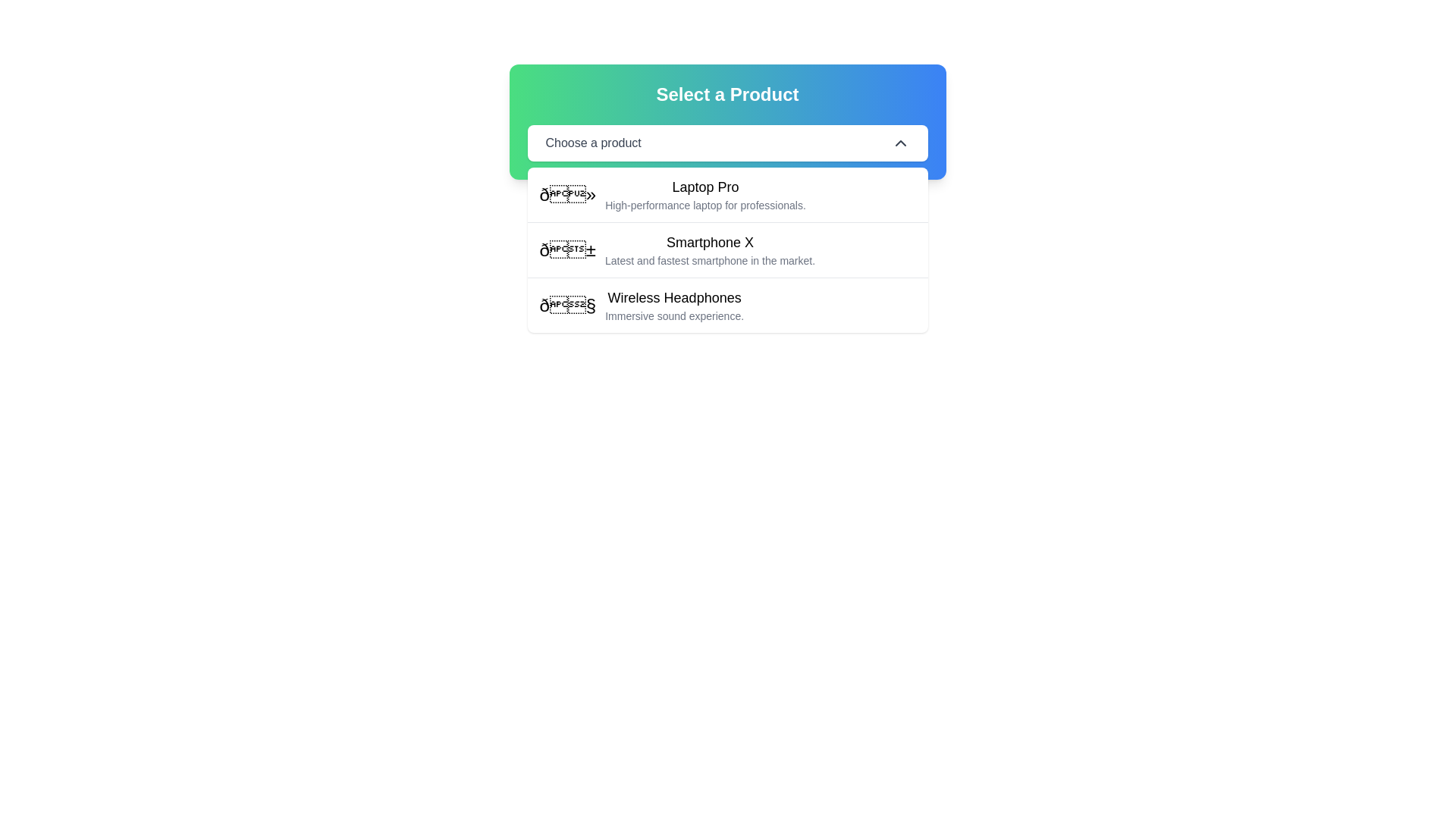 This screenshot has width=1456, height=819. Describe the element at coordinates (726, 143) in the screenshot. I see `the dropdown menu labeled 'Choose a product'` at that location.